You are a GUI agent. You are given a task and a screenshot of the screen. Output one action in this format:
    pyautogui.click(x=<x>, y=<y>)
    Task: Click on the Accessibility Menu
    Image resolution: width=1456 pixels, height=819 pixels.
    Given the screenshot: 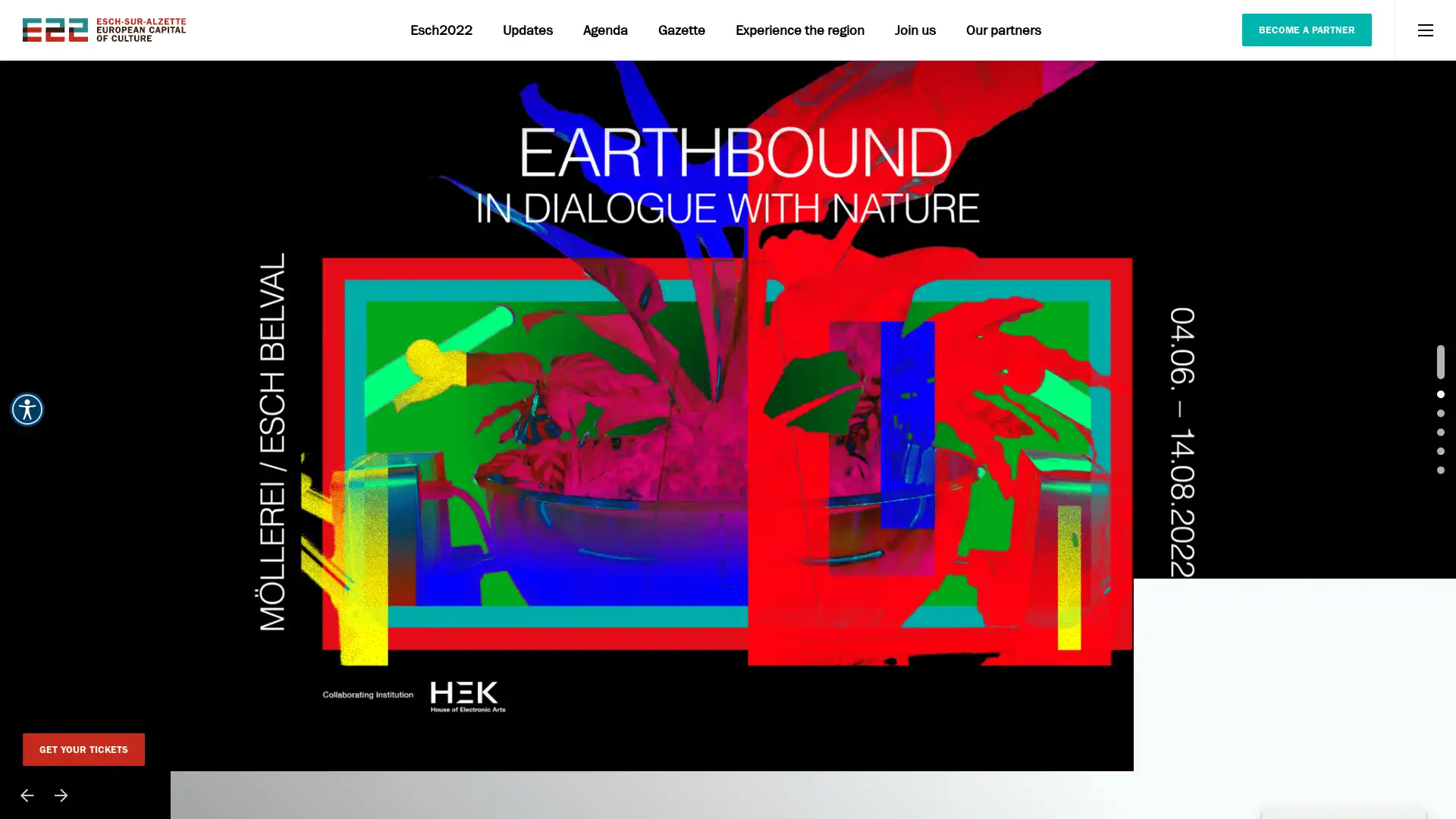 What is the action you would take?
    pyautogui.click(x=27, y=409)
    